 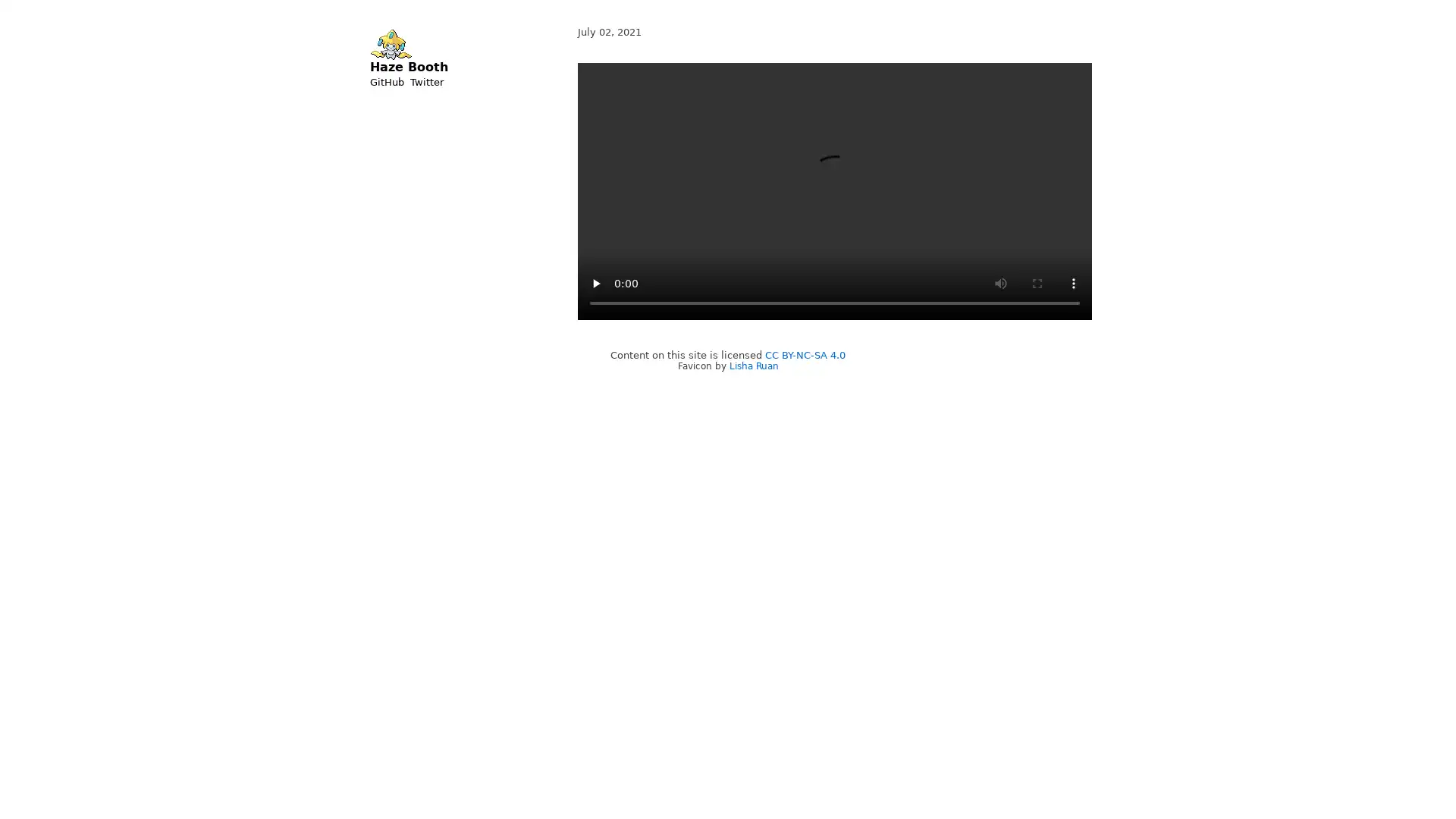 What do you see at coordinates (1001, 284) in the screenshot?
I see `mute` at bounding box center [1001, 284].